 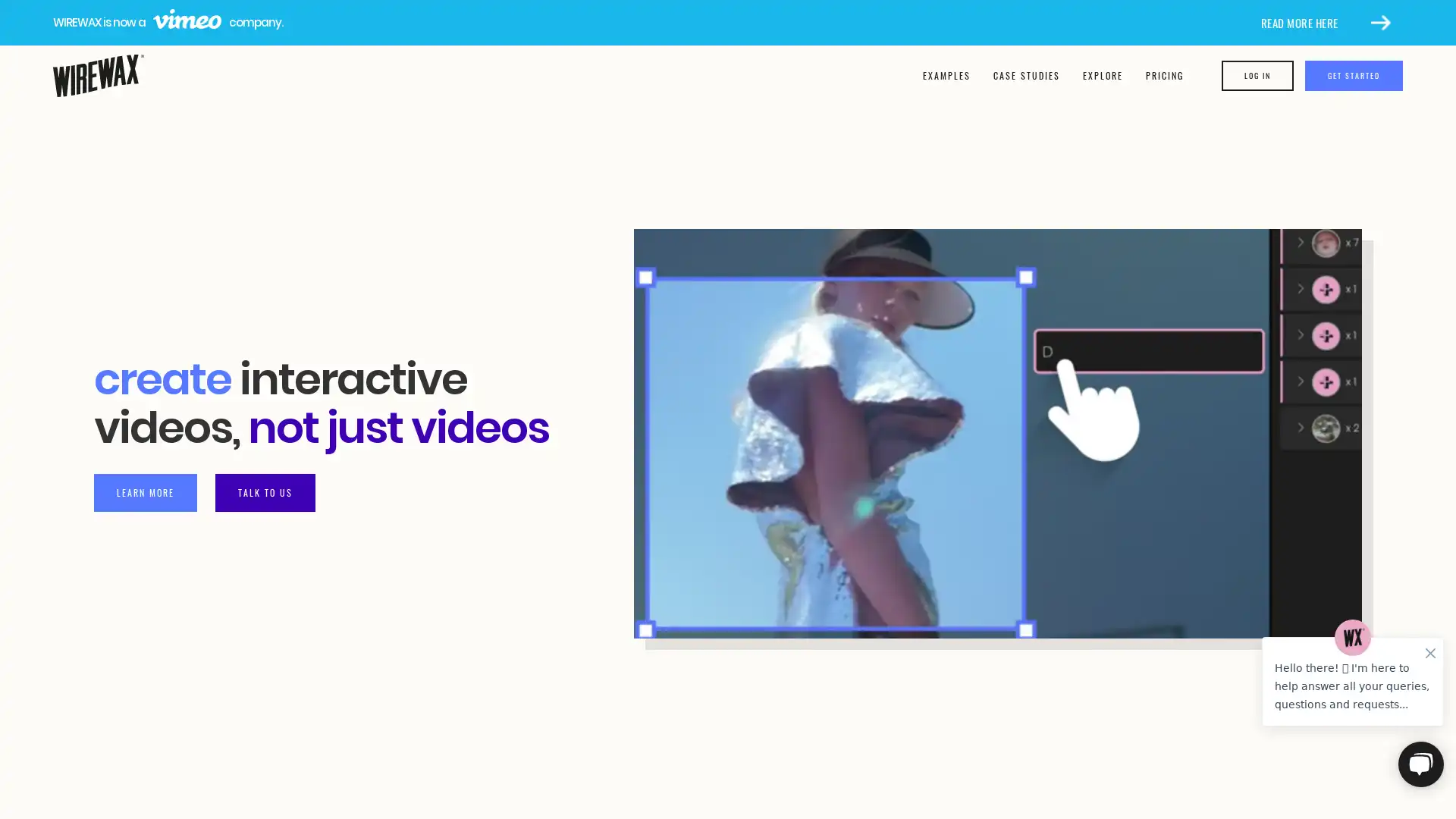 I want to click on GET STARTED, so click(x=1354, y=76).